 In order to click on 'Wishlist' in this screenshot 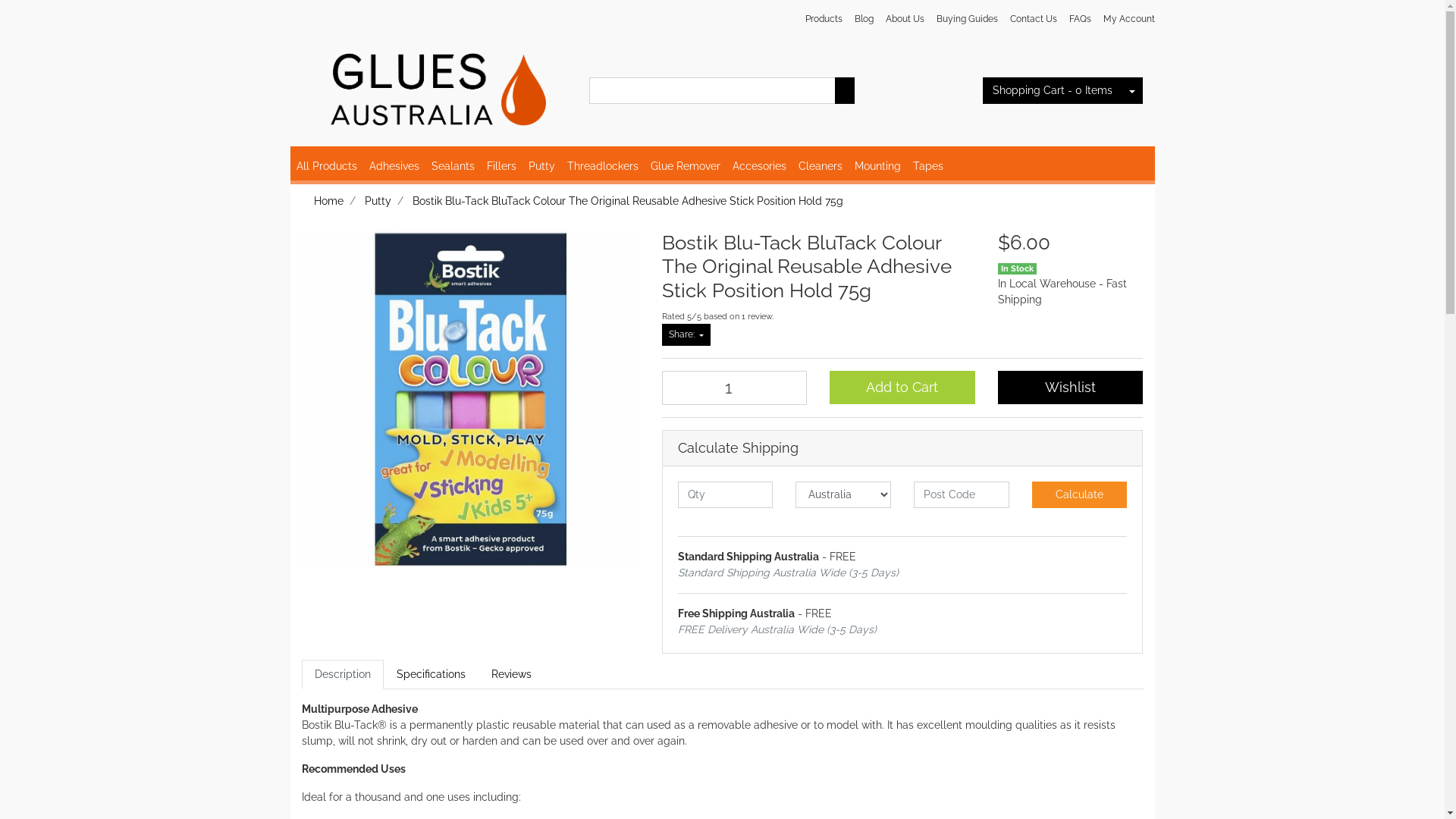, I will do `click(997, 386)`.